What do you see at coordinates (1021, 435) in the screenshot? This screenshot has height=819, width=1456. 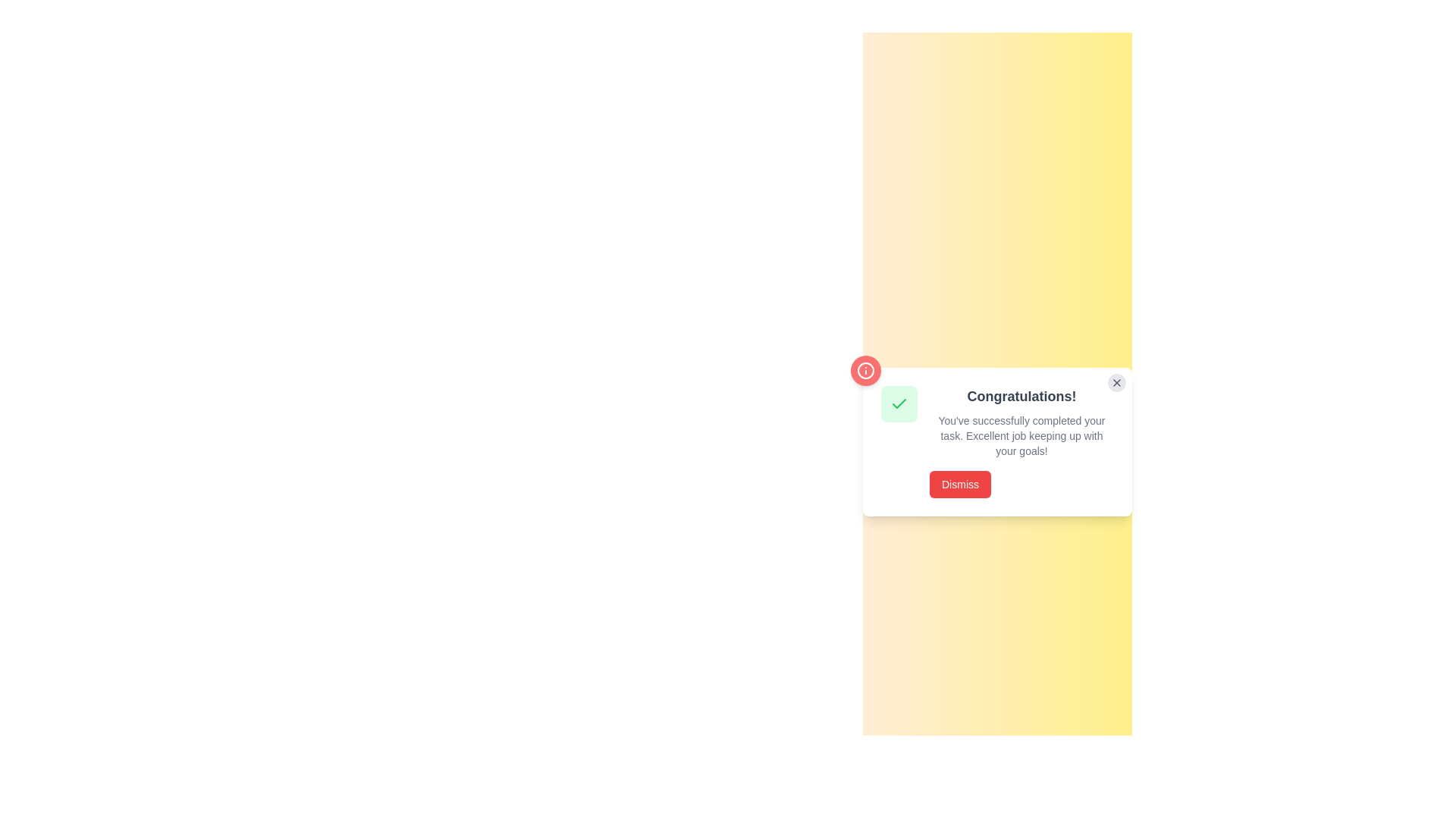 I see `text in the Text Block located below the 'Congratulations!' heading and above the 'Dismiss' button, which provides positive feedback confirming task completion` at bounding box center [1021, 435].